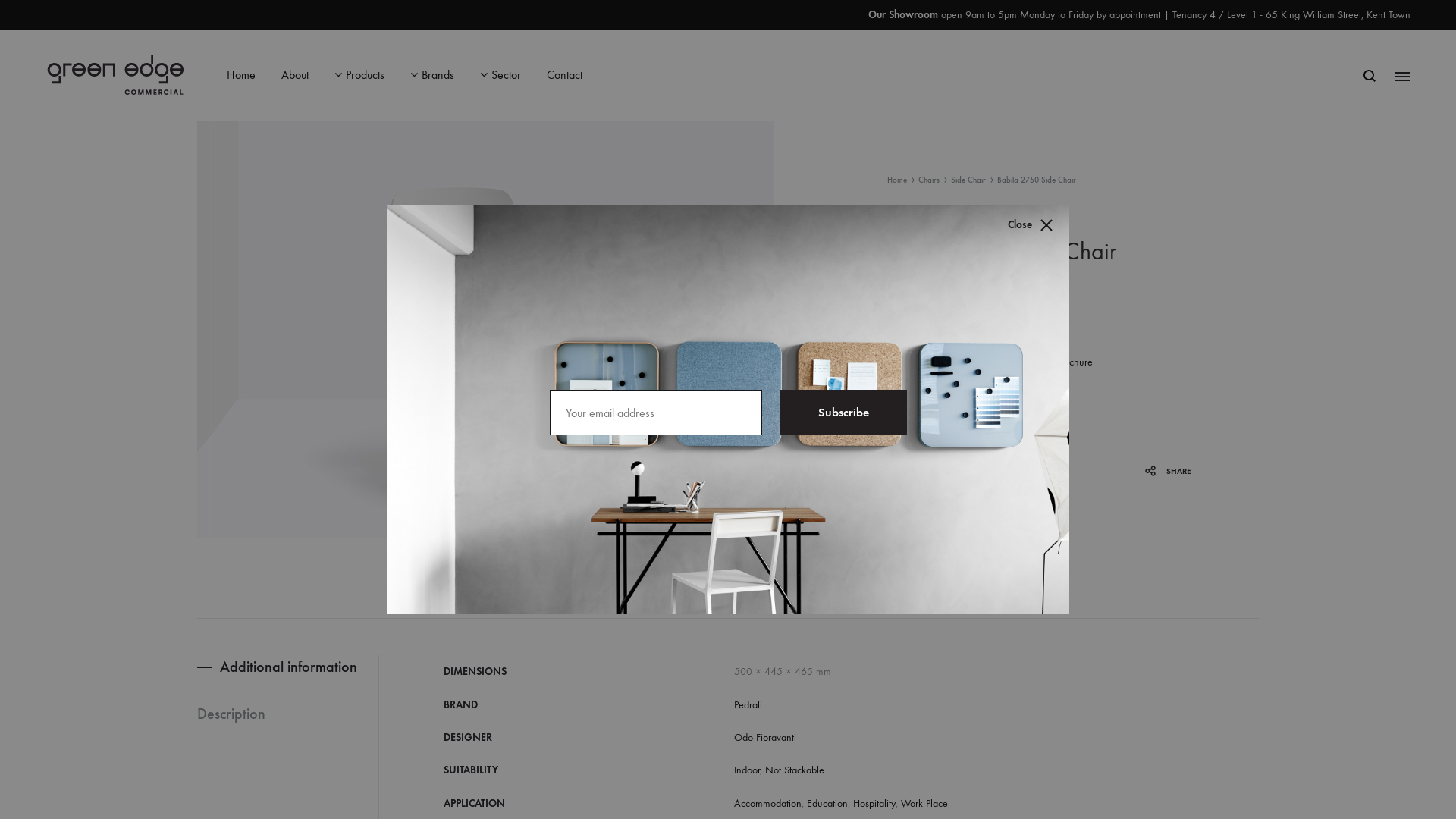 The height and width of the screenshot is (819, 1456). I want to click on 'GE-Product-Image-16', so click(484, 328).